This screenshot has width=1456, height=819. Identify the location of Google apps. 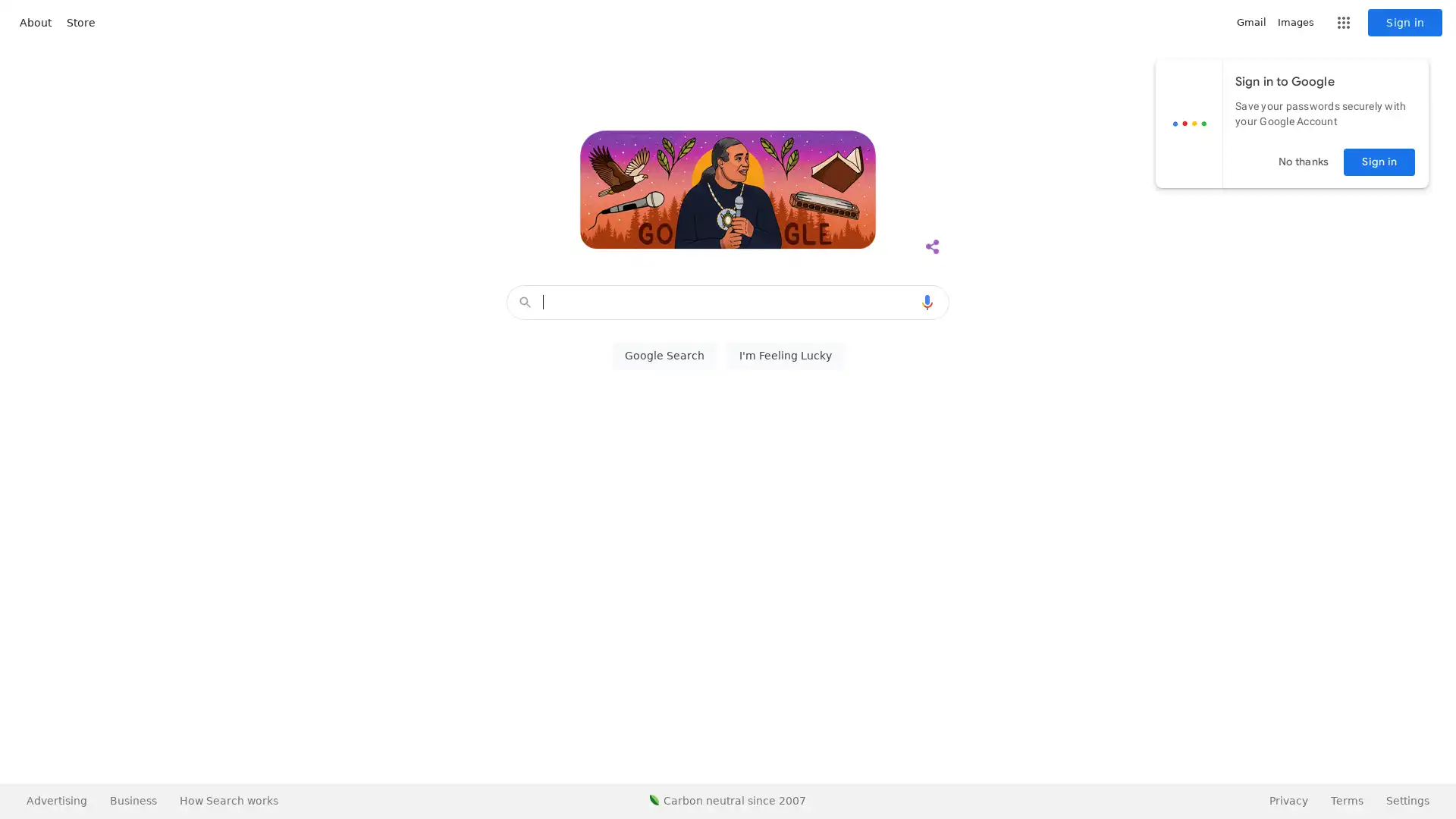
(1343, 23).